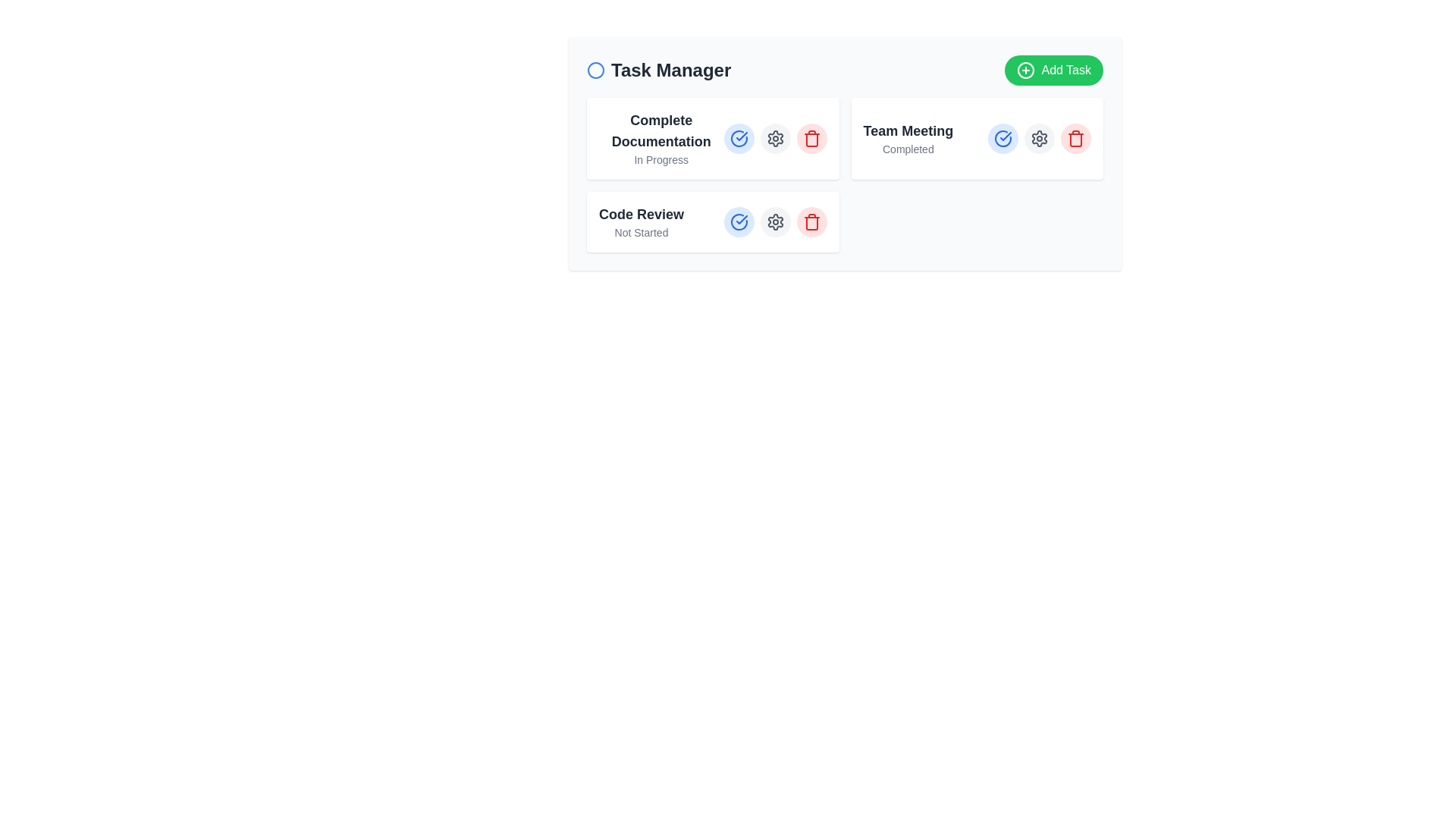 Image resolution: width=1456 pixels, height=819 pixels. What do you see at coordinates (739, 138) in the screenshot?
I see `the checkmark icon in the bottom-left task card labeled 'Code Review' to mark the task as started` at bounding box center [739, 138].